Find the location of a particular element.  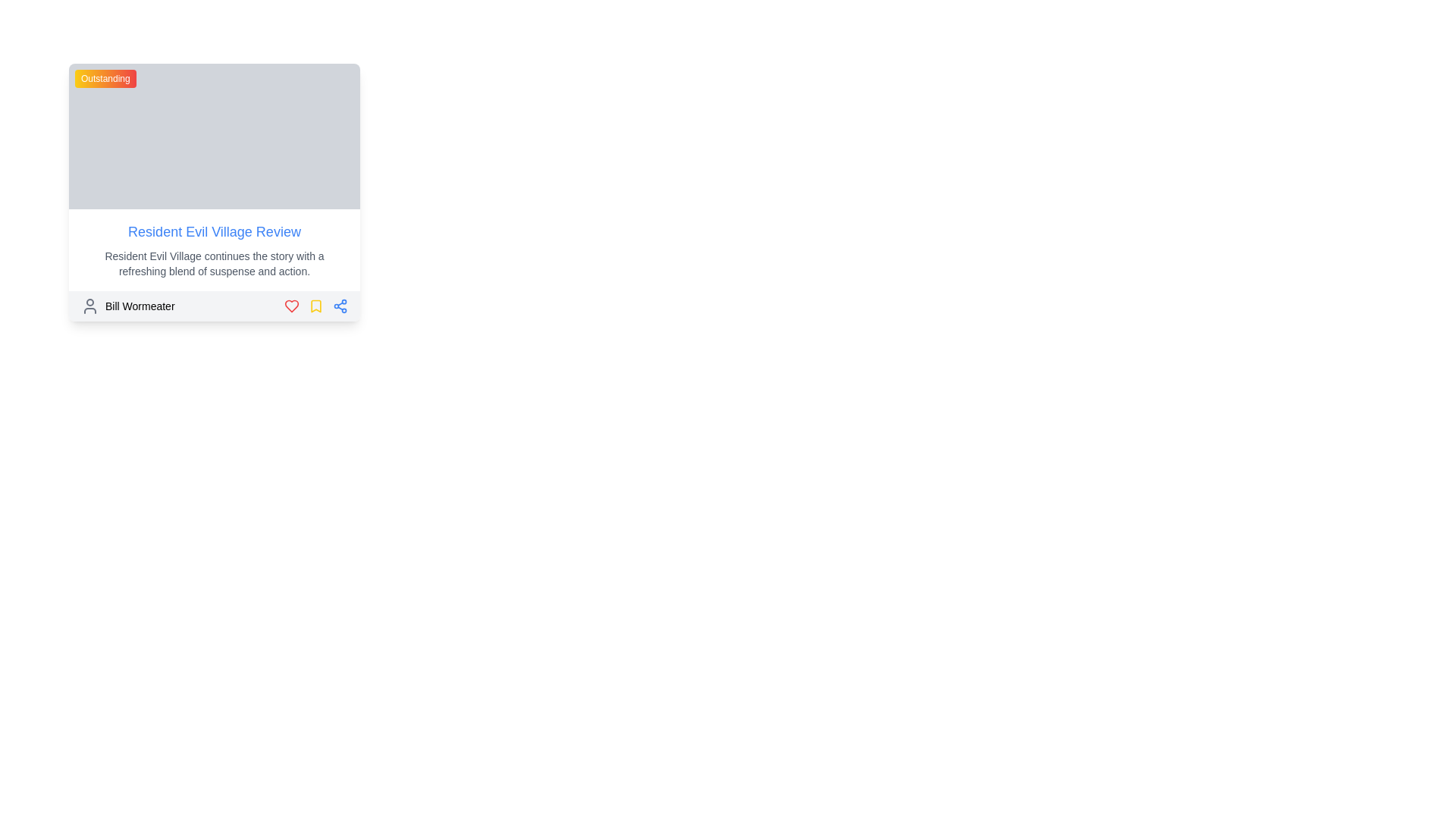

the text link that navigates to the detailed review of 'Resident Evil Village', located in the middle of the card structure near the top of the text block is located at coordinates (214, 231).